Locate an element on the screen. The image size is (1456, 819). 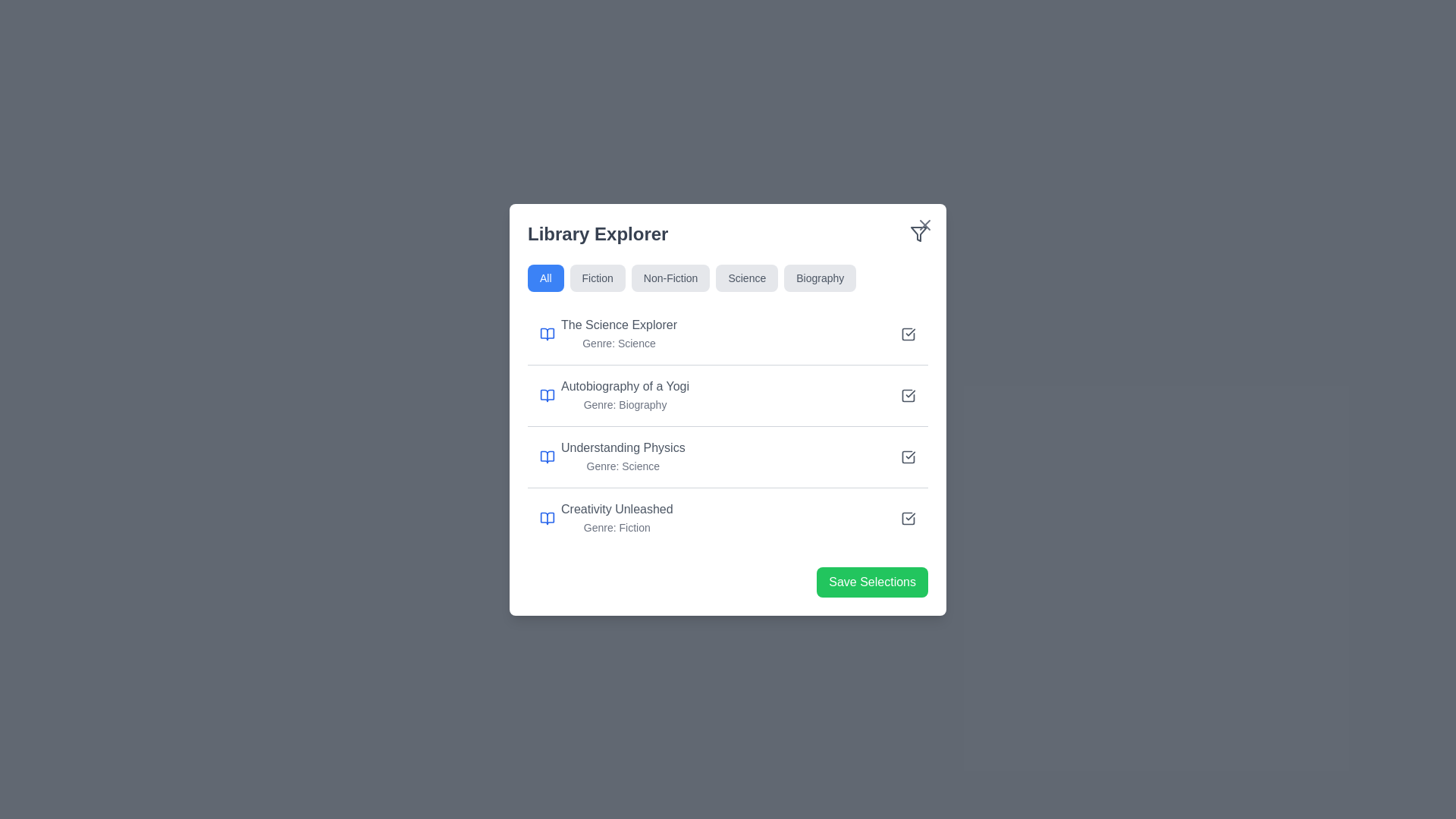
the checkmark icon of the checkbox-like UI component indicating selection for 'Autobiography of a Yogi' is located at coordinates (908, 394).